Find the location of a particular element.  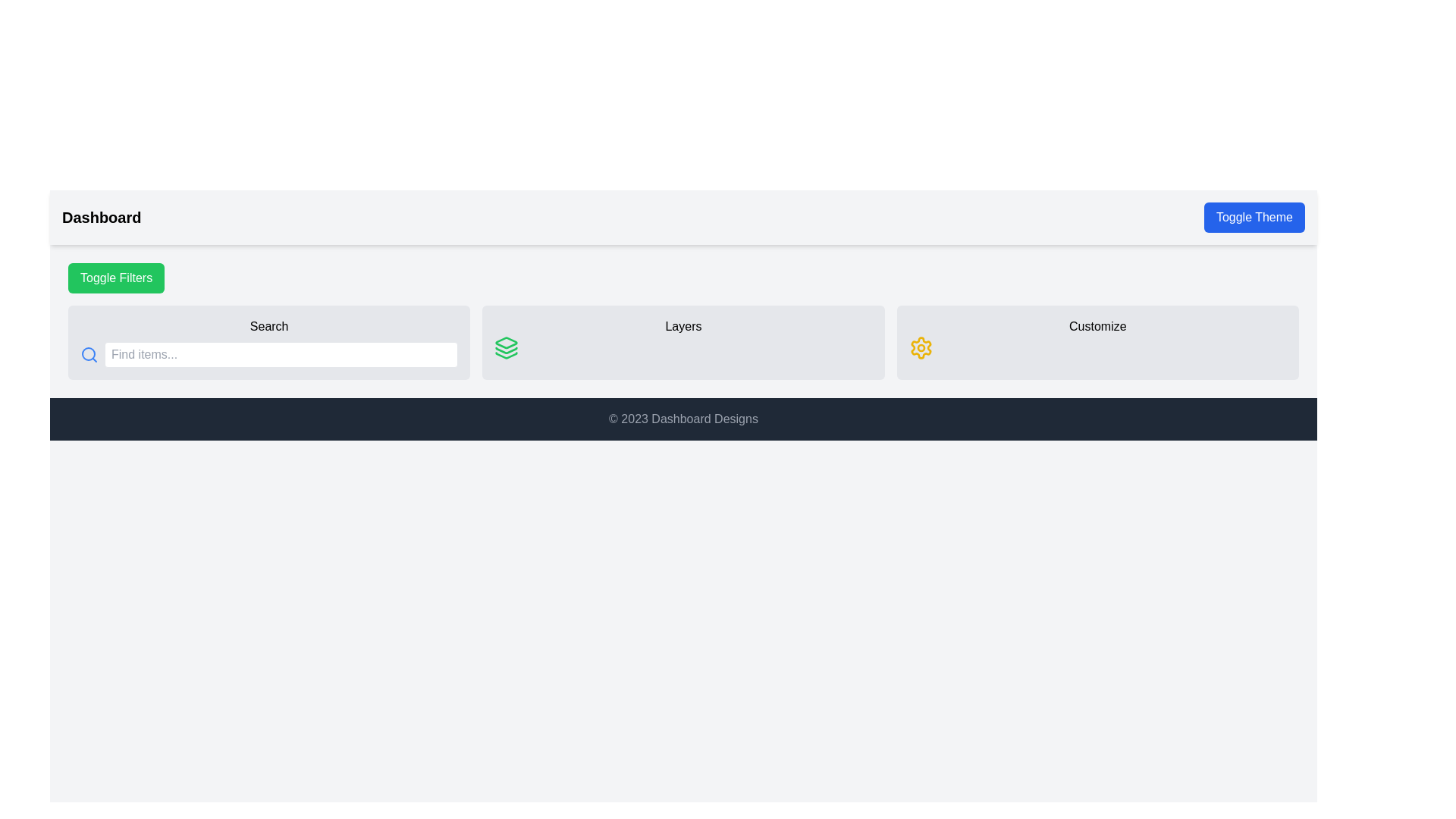

the static representation of the topmost triangular shape within the green-outlined icon in the 'Layers' section of the interface is located at coordinates (507, 343).